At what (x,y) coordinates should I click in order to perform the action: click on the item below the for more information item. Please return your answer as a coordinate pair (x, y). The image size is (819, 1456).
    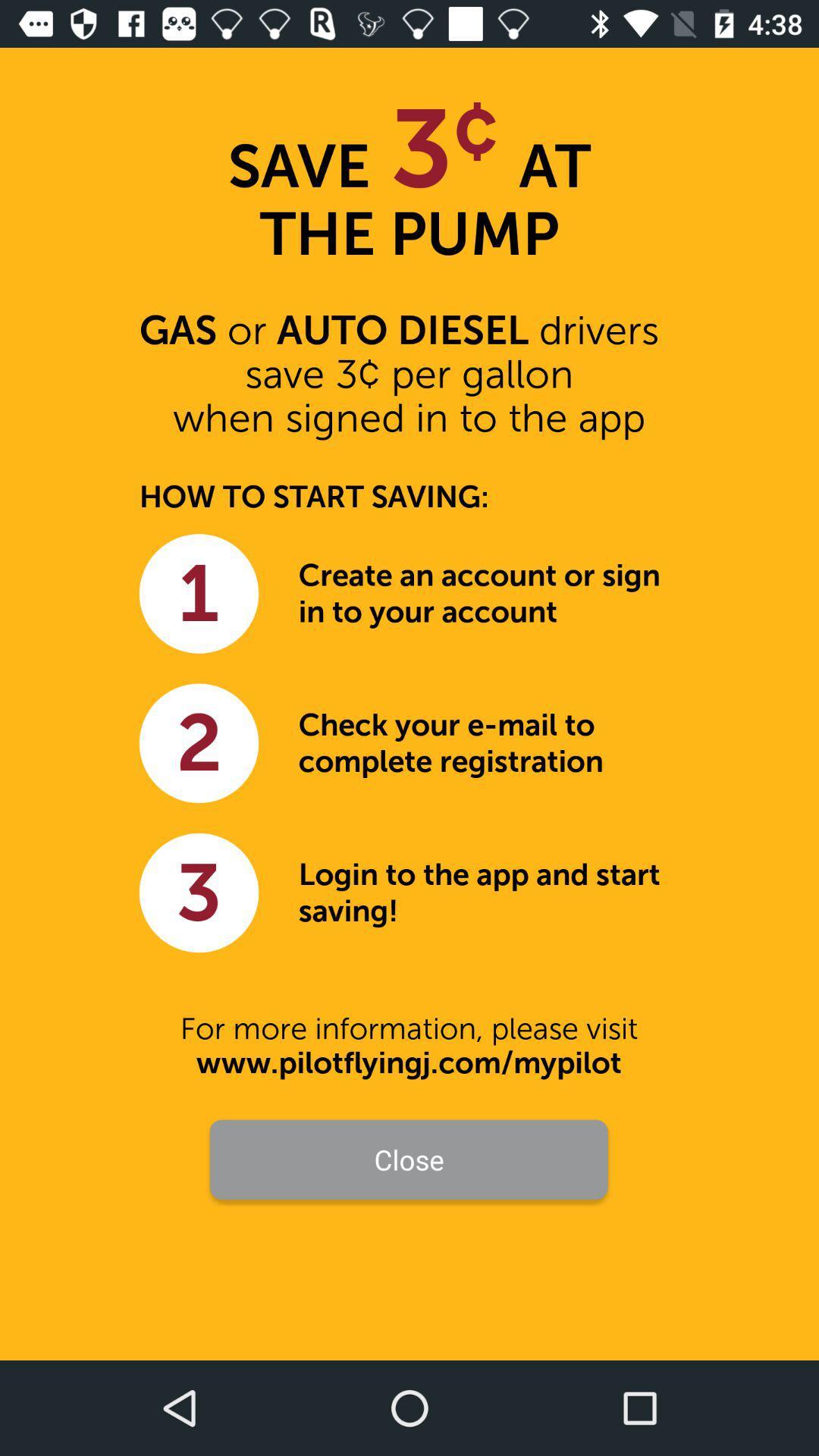
    Looking at the image, I should click on (408, 1062).